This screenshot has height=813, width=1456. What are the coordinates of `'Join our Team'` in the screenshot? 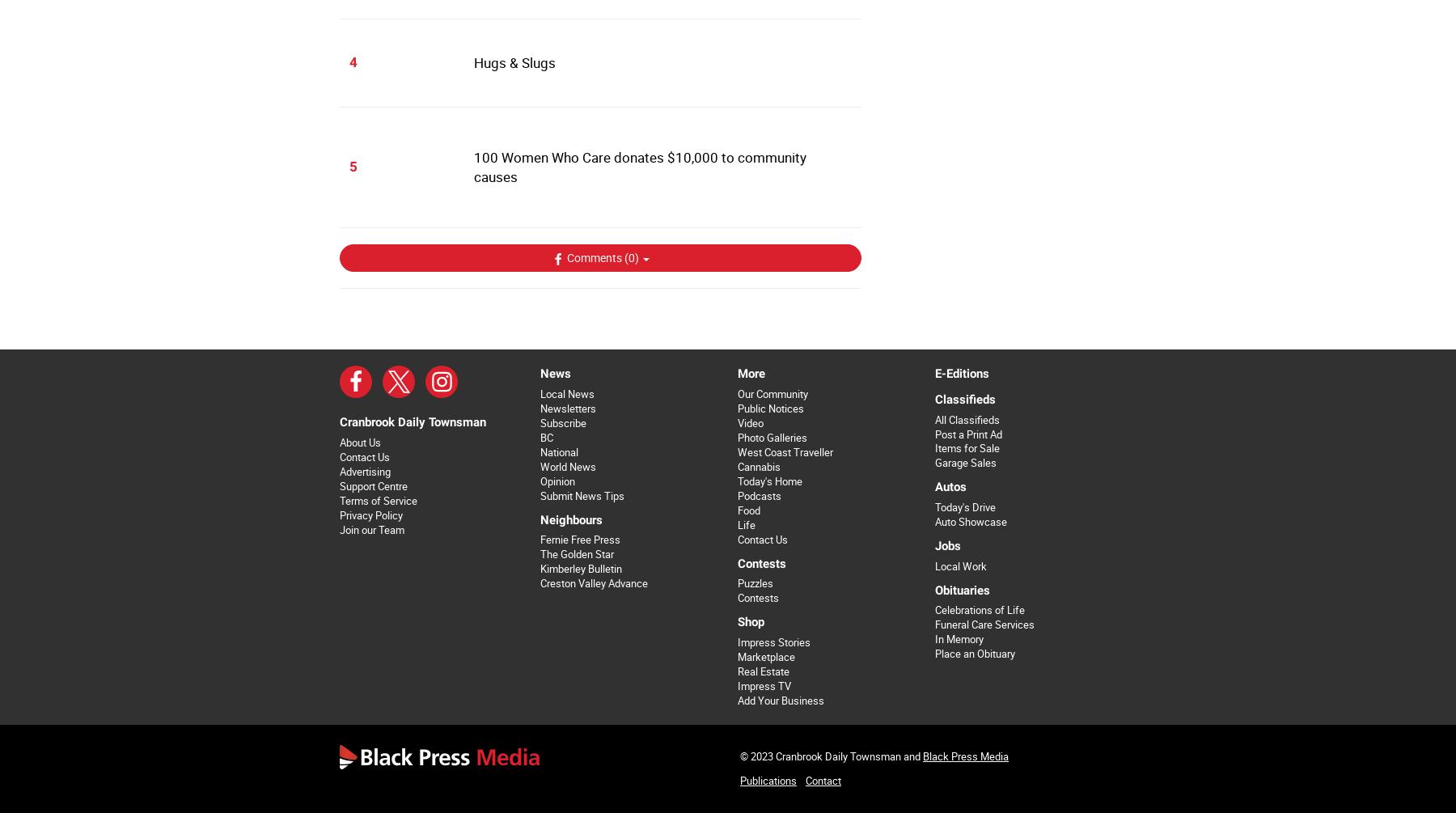 It's located at (371, 528).